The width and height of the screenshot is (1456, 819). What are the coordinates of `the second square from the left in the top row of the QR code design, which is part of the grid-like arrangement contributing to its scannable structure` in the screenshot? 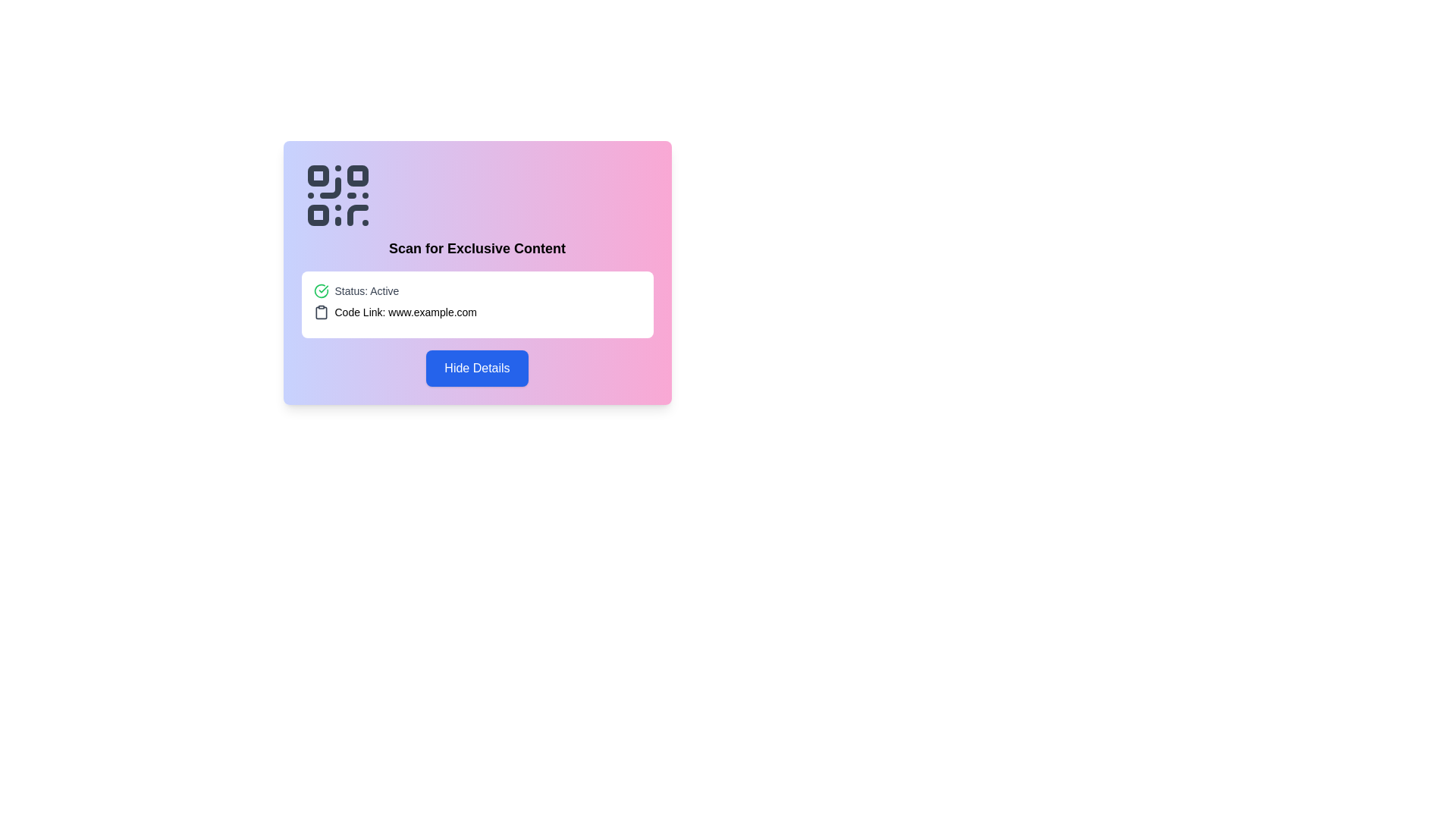 It's located at (356, 174).